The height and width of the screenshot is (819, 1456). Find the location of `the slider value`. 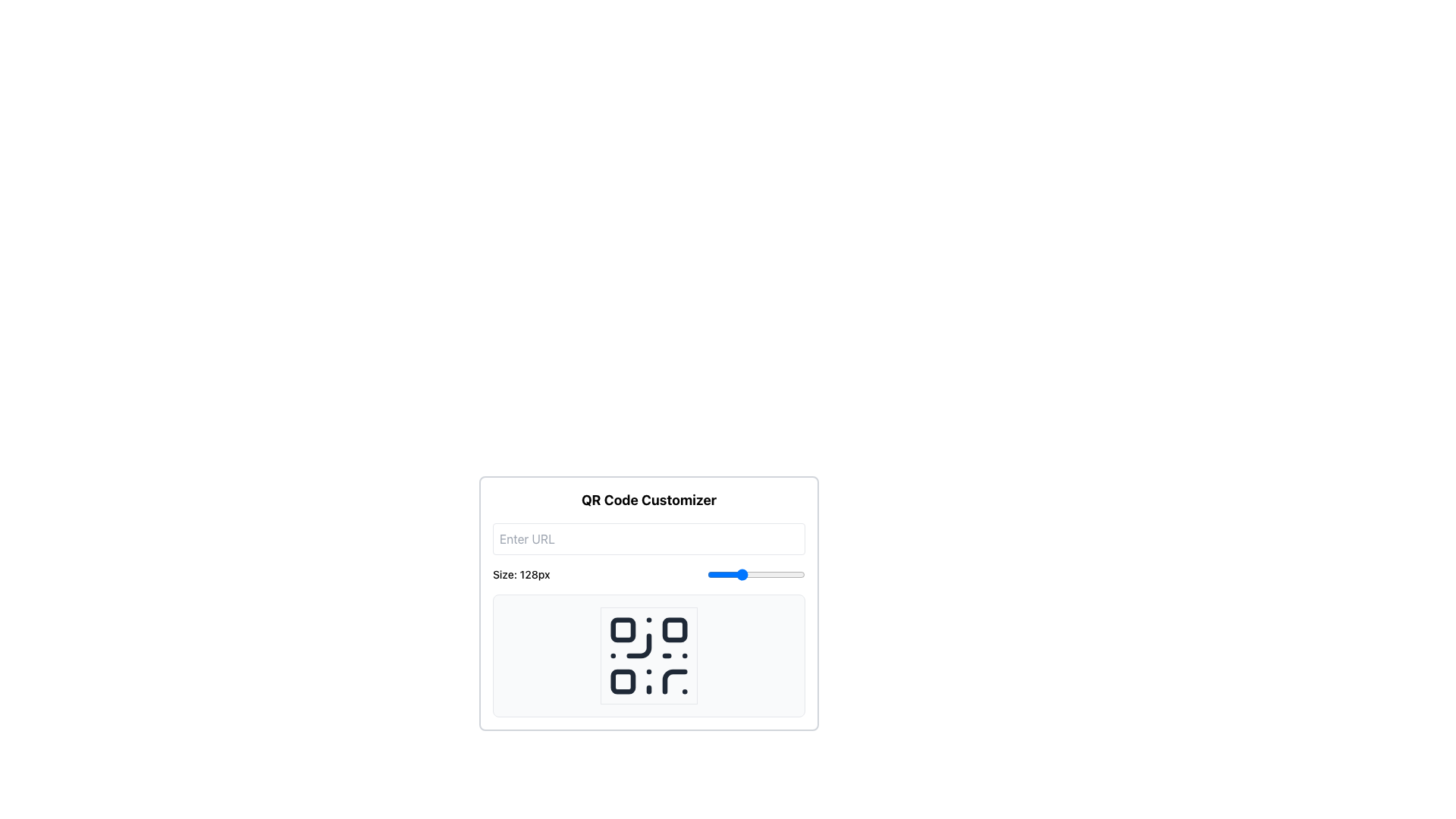

the slider value is located at coordinates (777, 575).